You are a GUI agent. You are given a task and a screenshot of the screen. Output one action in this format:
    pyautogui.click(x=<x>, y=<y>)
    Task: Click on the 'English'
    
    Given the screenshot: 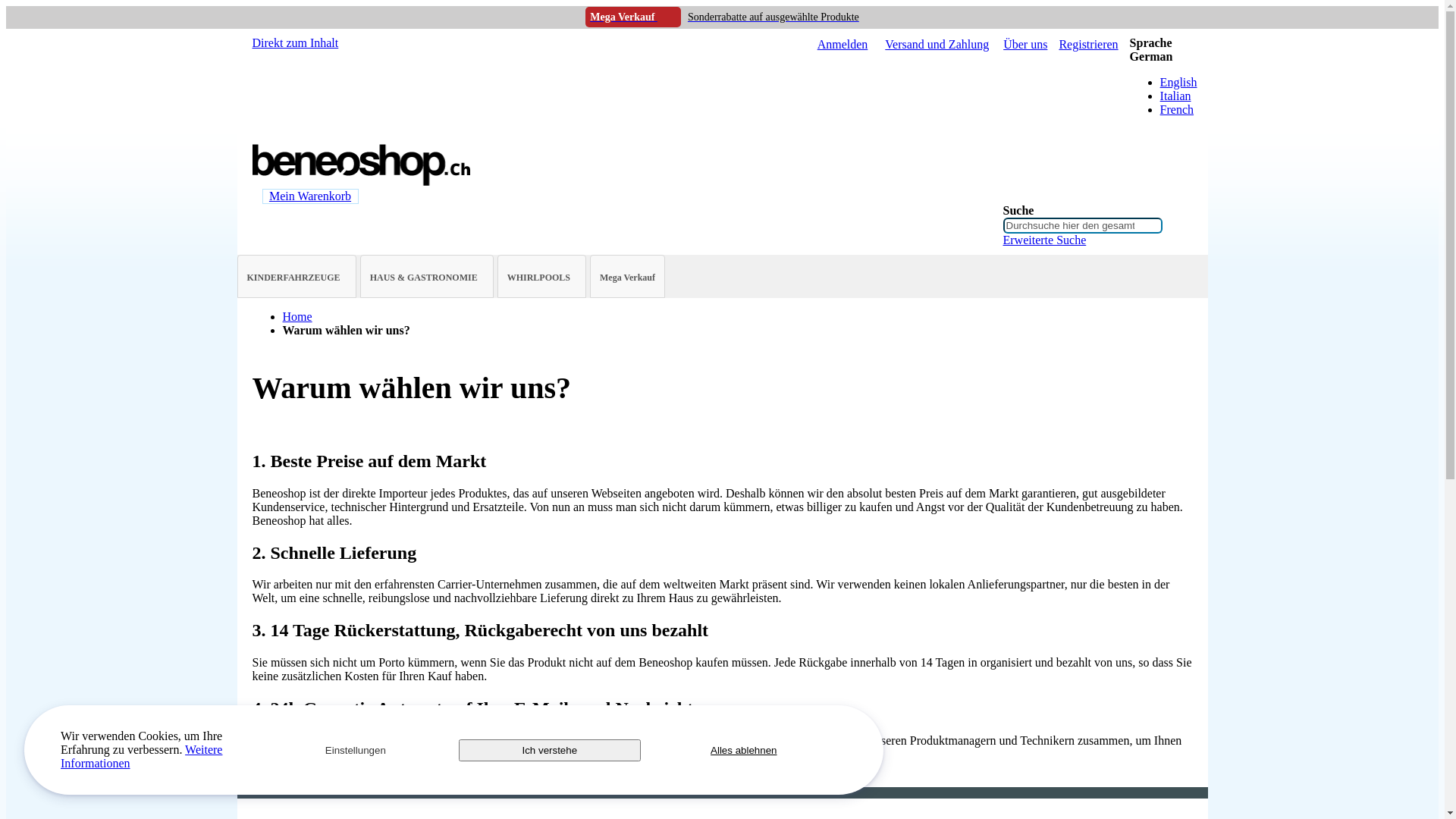 What is the action you would take?
    pyautogui.click(x=1178, y=82)
    